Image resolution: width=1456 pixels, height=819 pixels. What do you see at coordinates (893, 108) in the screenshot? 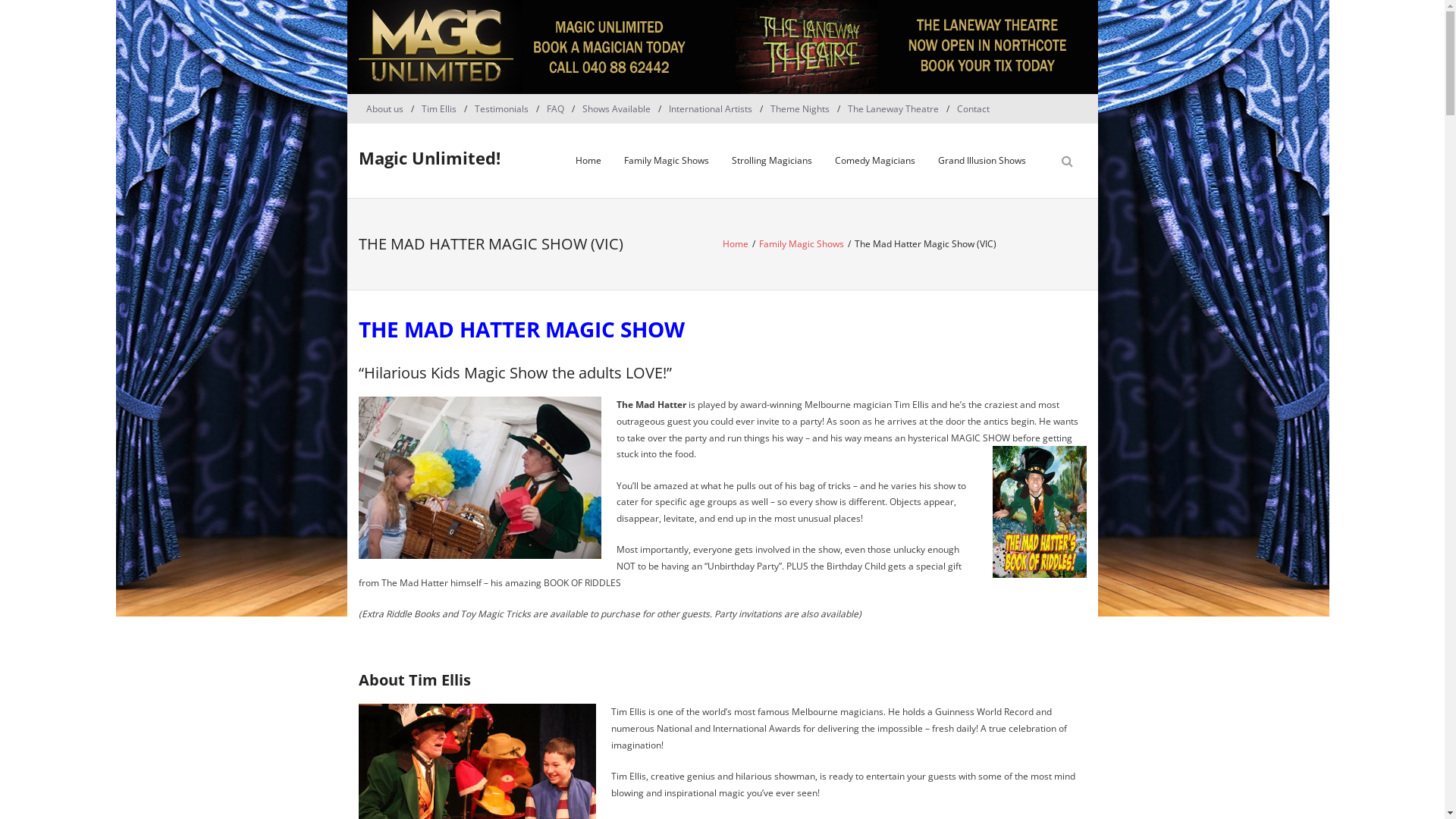
I see `'The Laneway Theatre'` at bounding box center [893, 108].